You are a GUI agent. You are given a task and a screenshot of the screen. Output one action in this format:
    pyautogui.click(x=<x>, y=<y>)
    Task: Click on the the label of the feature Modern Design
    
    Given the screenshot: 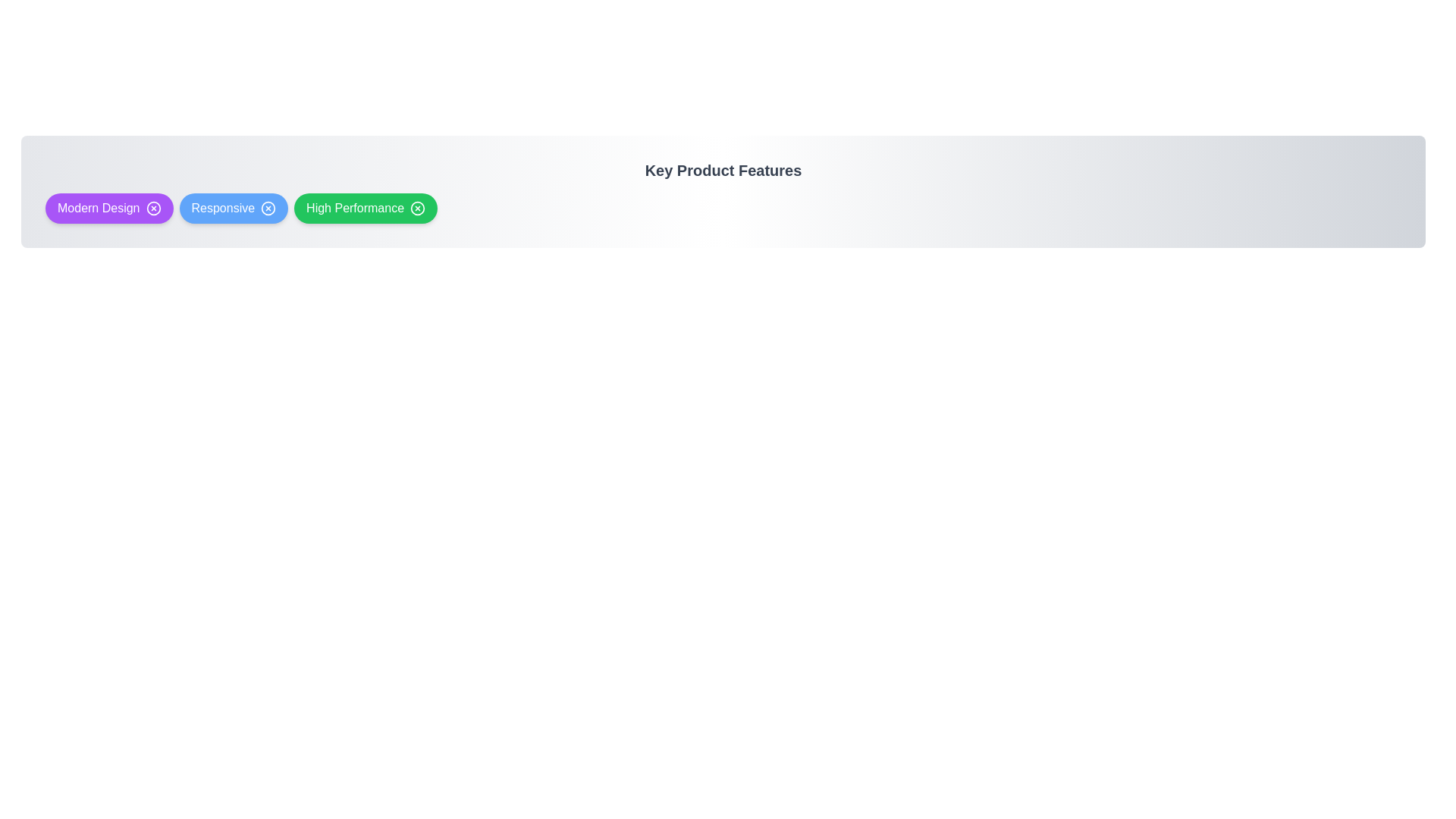 What is the action you would take?
    pyautogui.click(x=98, y=208)
    